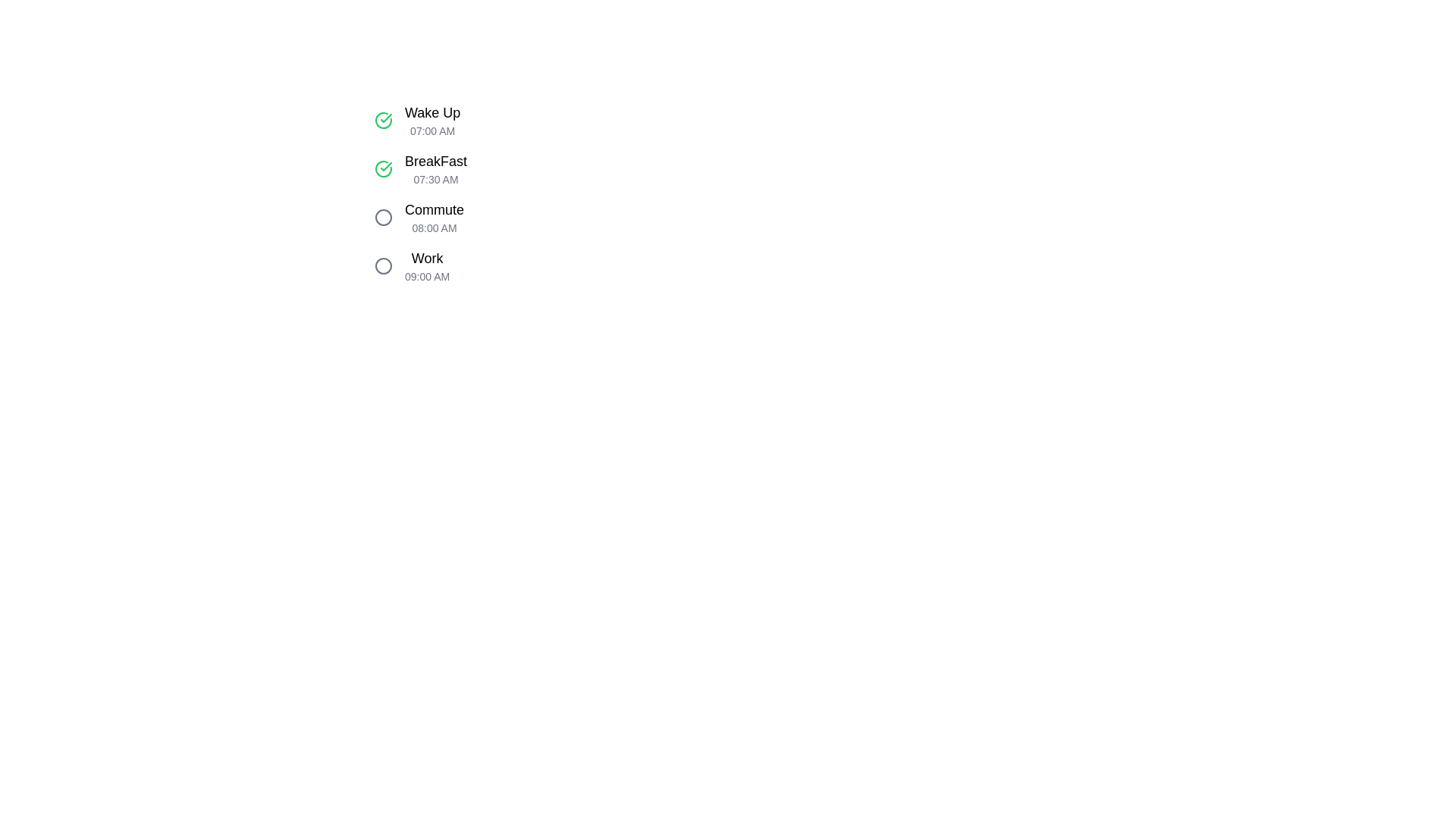 This screenshot has height=819, width=1456. Describe the element at coordinates (435, 169) in the screenshot. I see `the Text Display that indicates the scheduled activity 'BreakFast' at '07:30 AM', which is the second item in the vertical list` at that location.